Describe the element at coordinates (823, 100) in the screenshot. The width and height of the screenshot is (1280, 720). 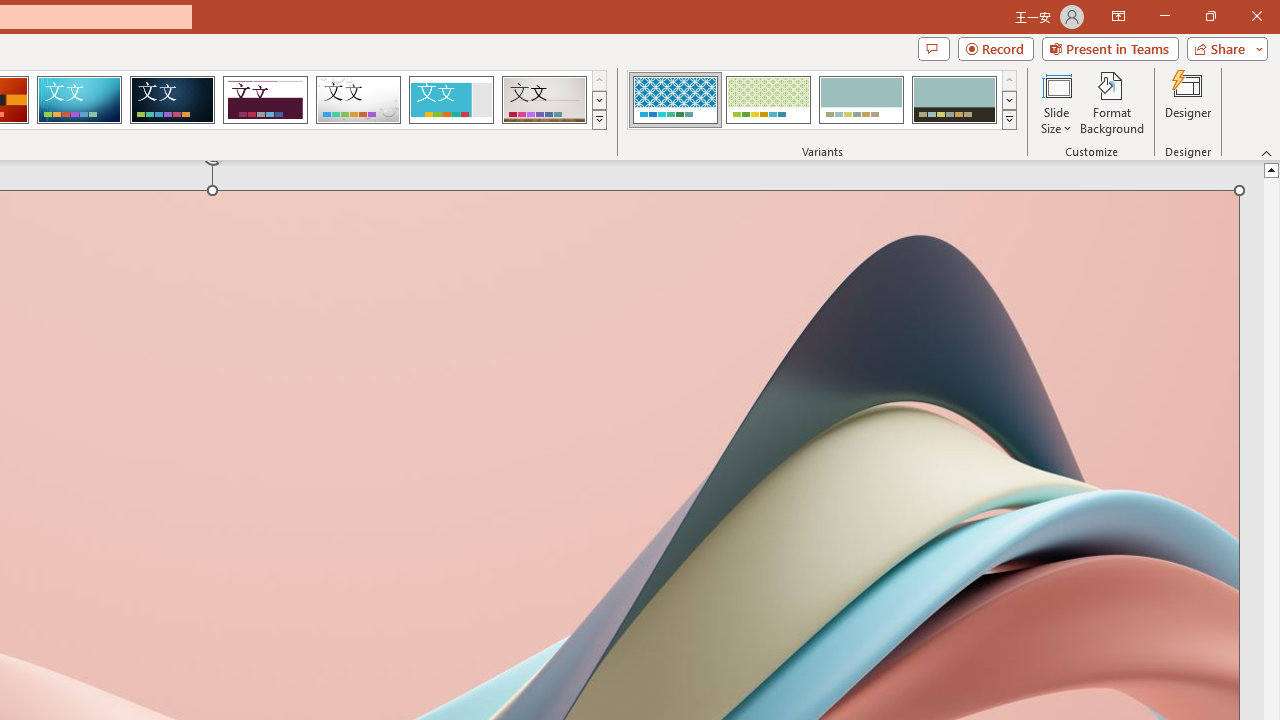
I see `'AutomationID: ThemeVariantsGallery'` at that location.